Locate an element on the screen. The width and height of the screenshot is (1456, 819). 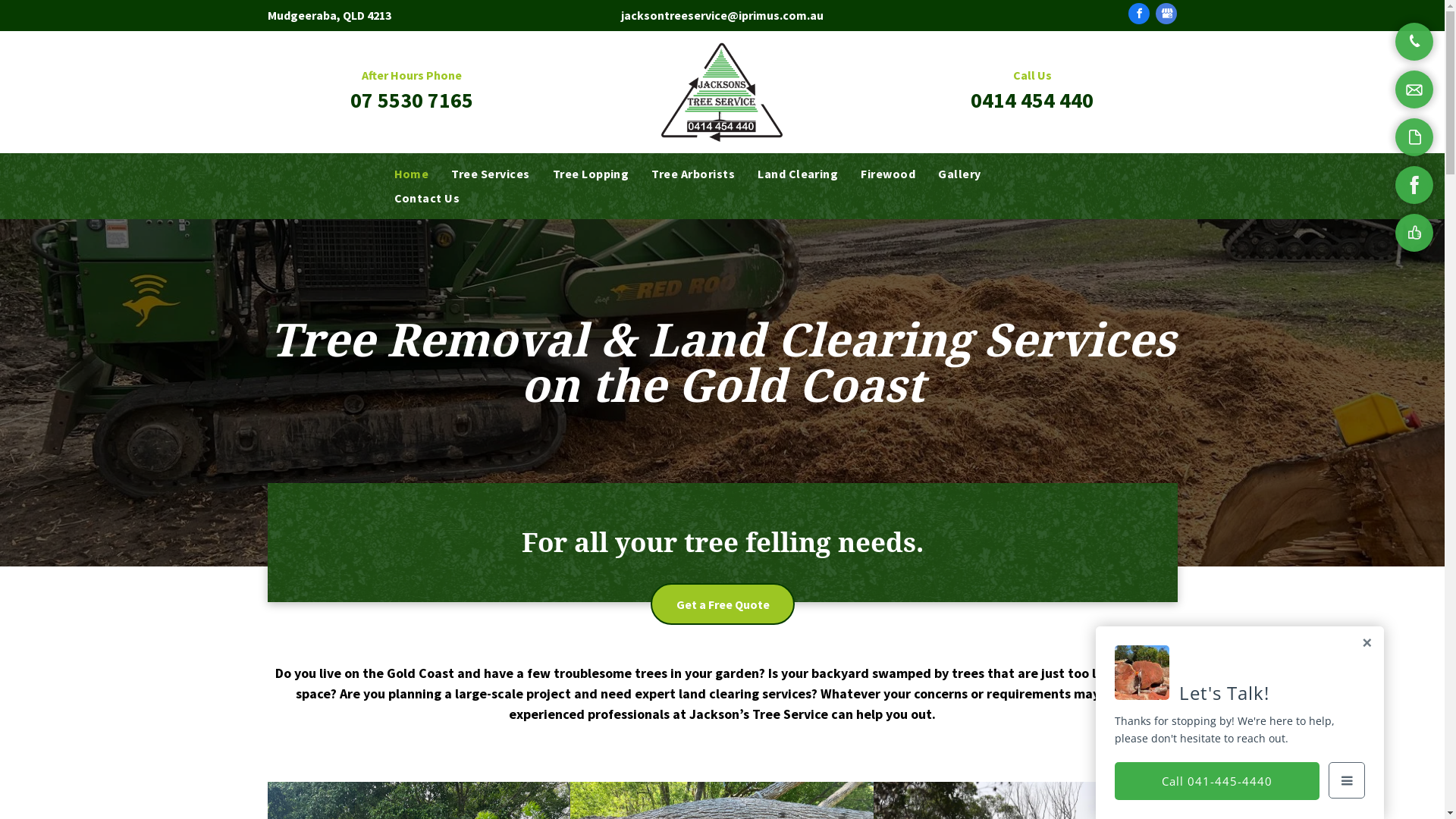
'Get a Free Quote' is located at coordinates (722, 603).